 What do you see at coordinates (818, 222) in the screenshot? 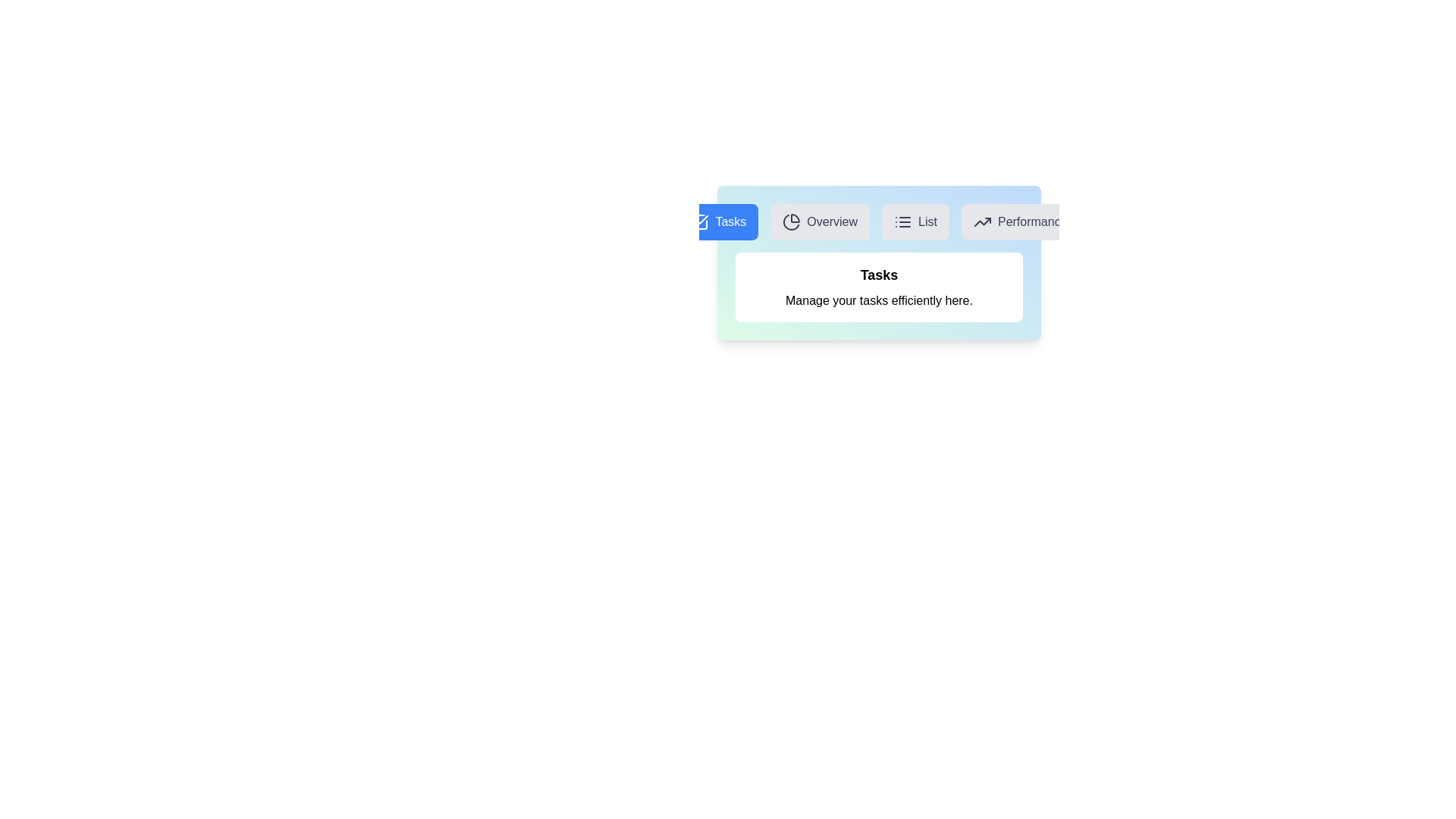
I see `the Overview tab` at bounding box center [818, 222].